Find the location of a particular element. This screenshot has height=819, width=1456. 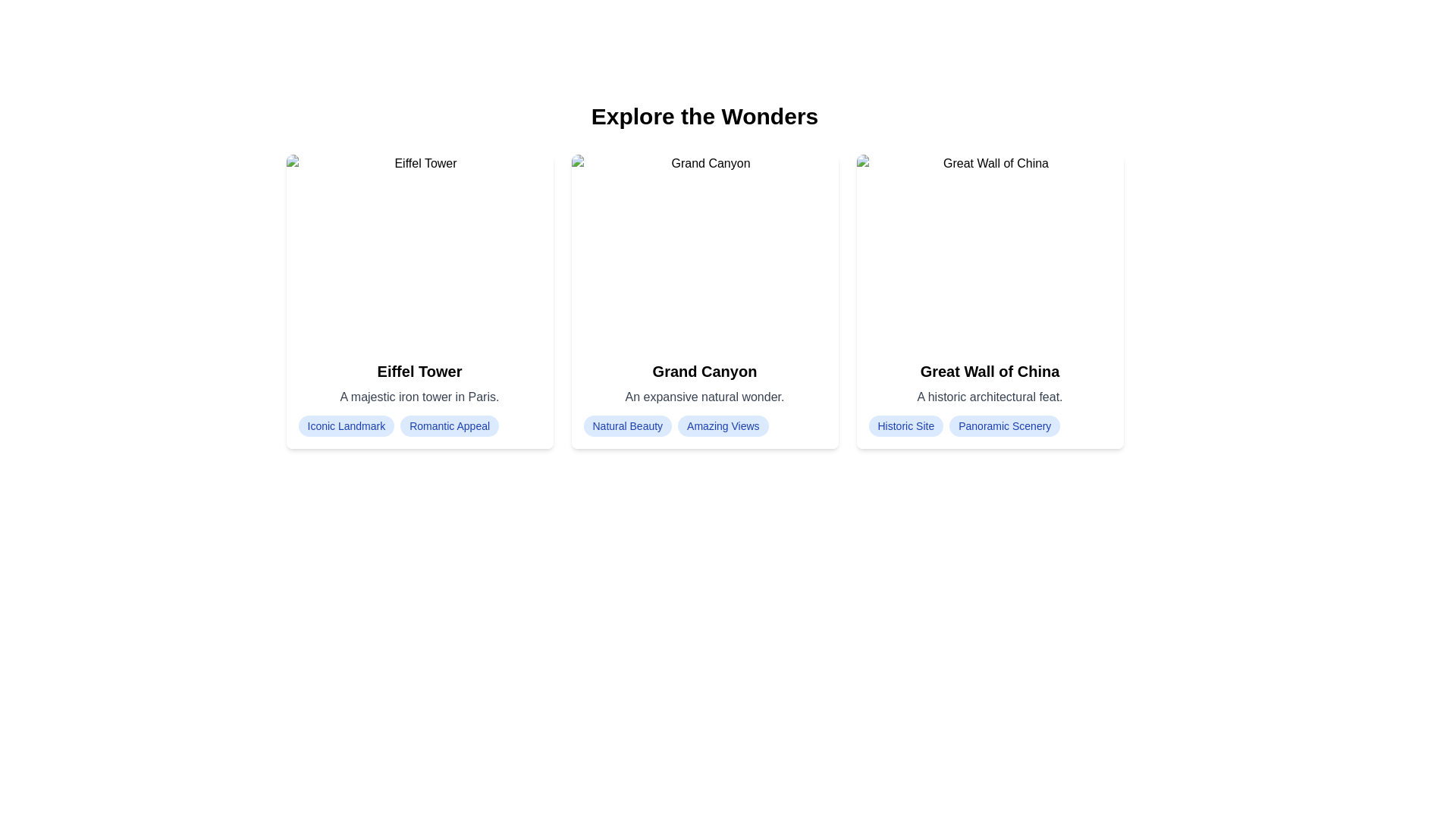

the 'Panoramic Scenery' badge, which is a pill-shaped label with a light blue background and blue text, located to the right of the 'Historic Site' badge below the description of 'Great Wall of China' is located at coordinates (1005, 426).